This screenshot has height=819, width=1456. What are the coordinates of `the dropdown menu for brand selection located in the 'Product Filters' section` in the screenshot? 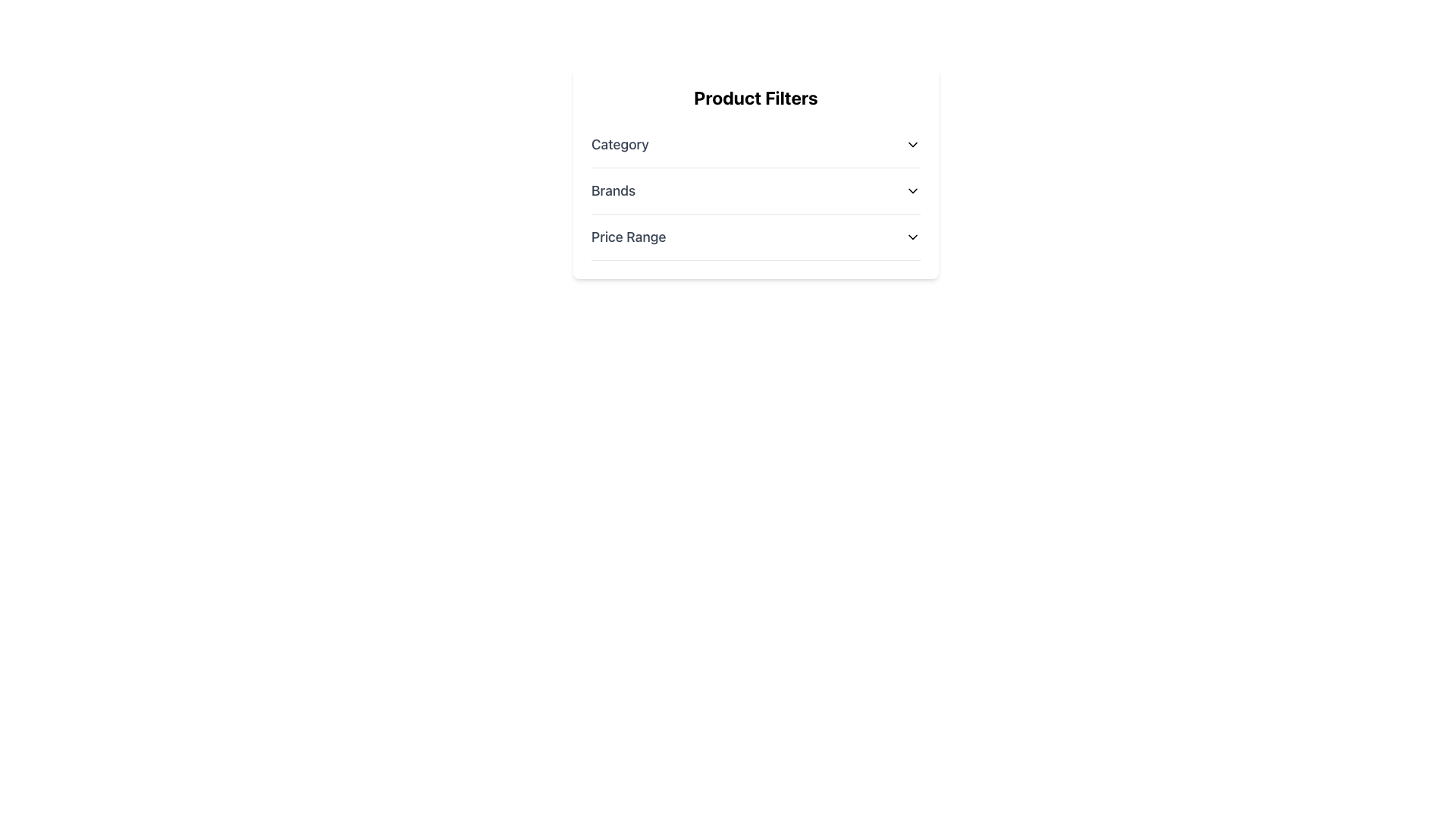 It's located at (756, 190).